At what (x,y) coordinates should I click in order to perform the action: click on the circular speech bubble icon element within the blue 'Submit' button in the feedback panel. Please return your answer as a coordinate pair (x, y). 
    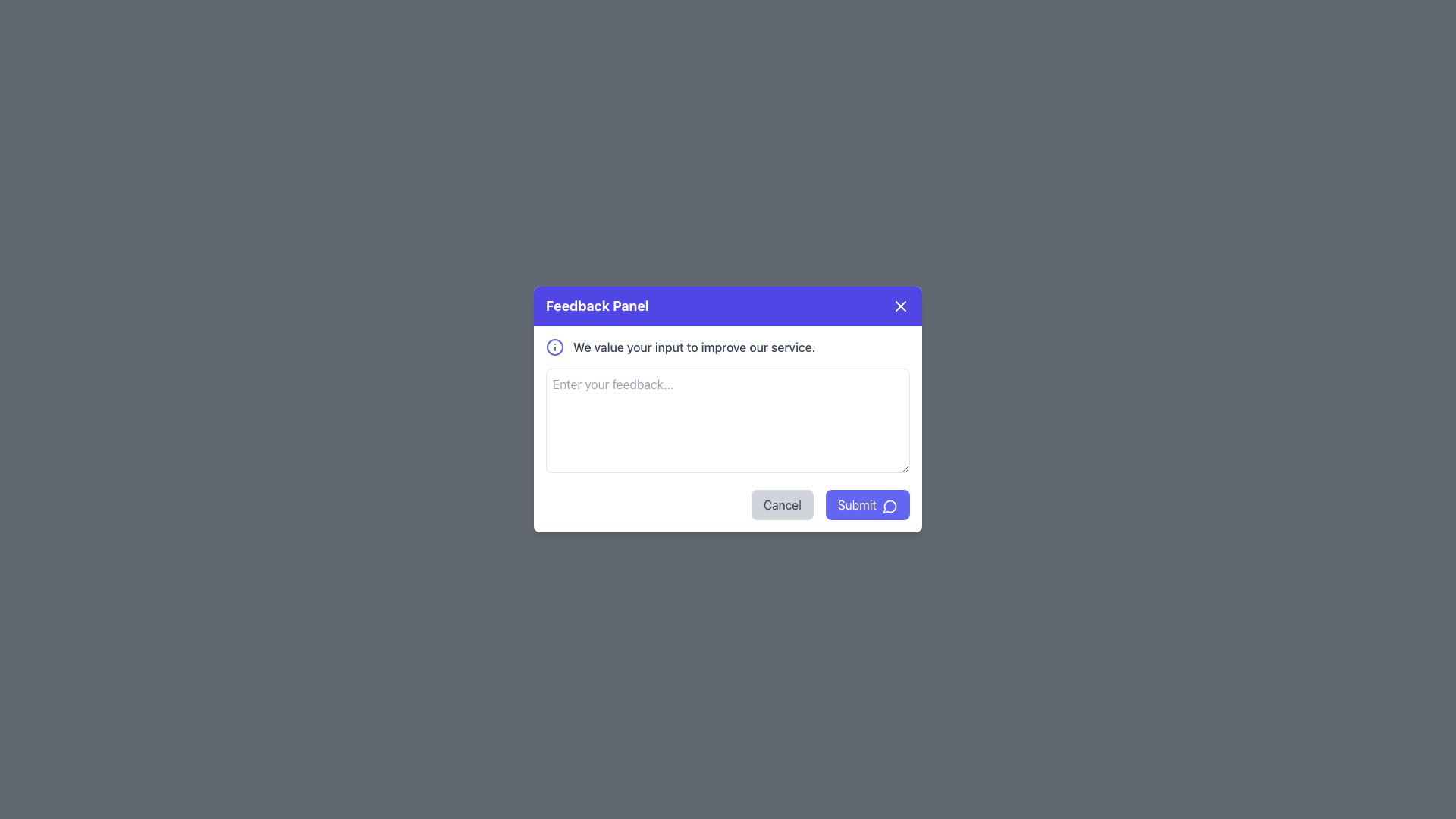
    Looking at the image, I should click on (890, 507).